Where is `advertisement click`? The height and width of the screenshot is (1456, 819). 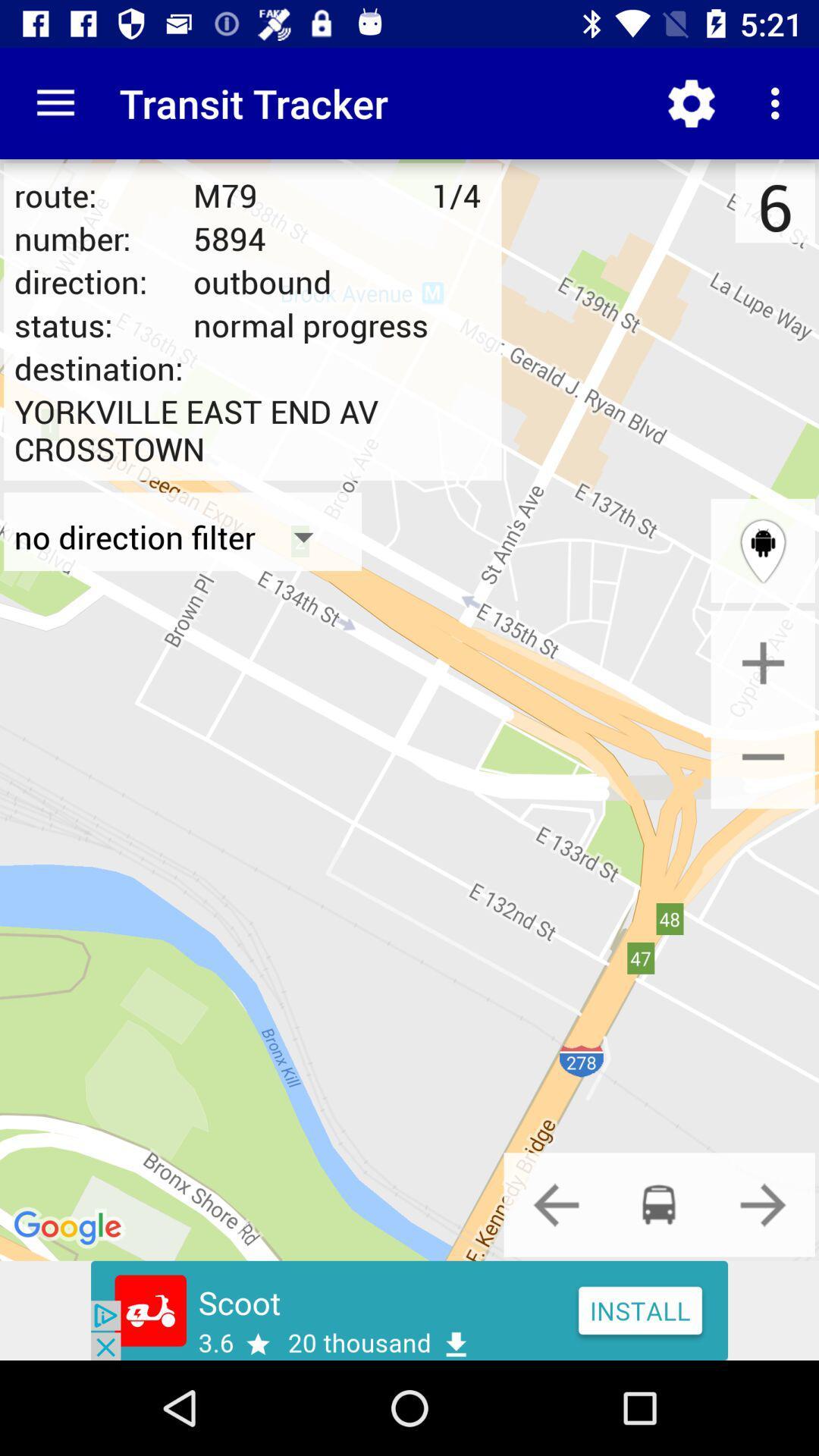
advertisement click is located at coordinates (409, 1310).